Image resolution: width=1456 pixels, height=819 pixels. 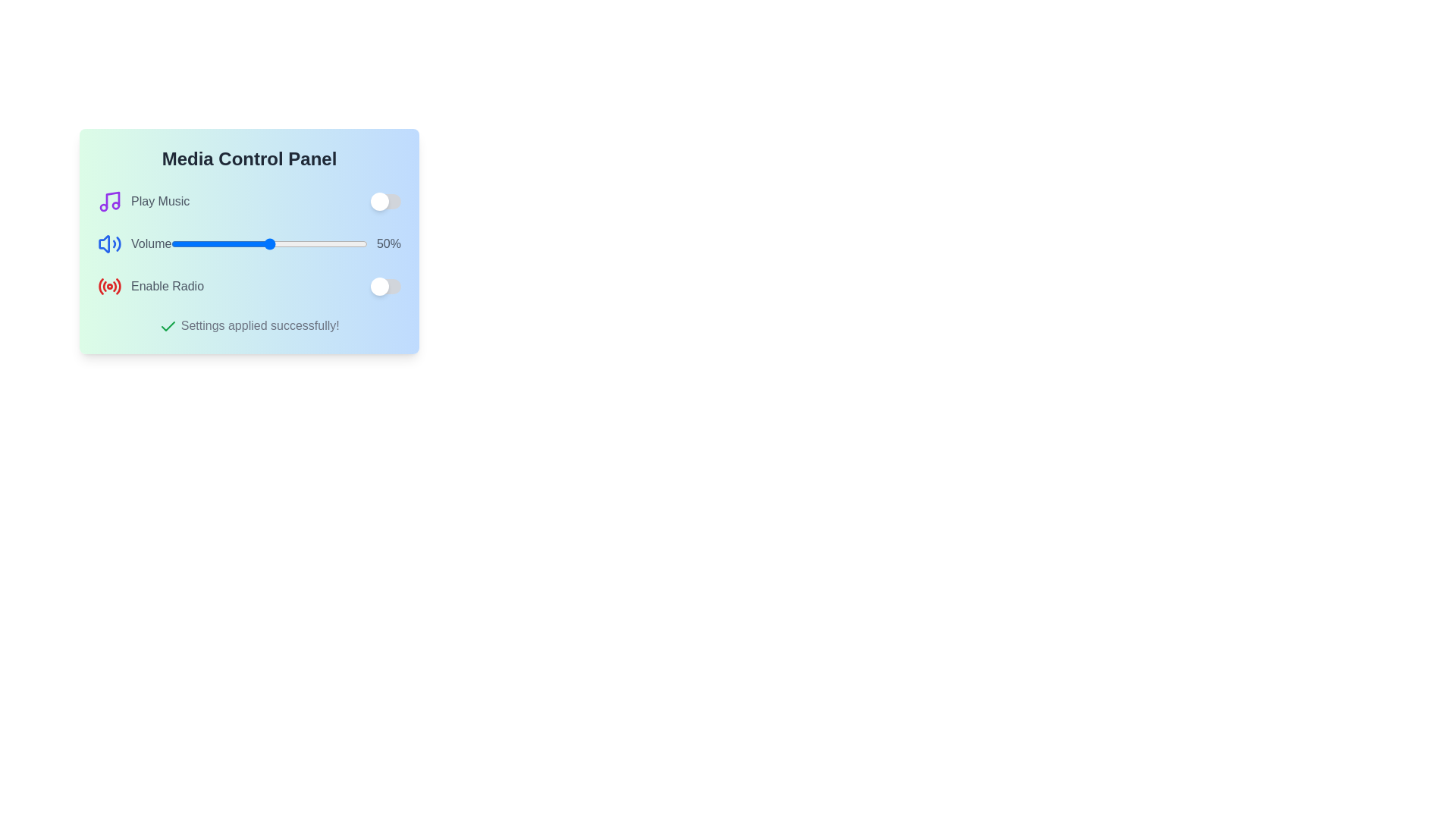 I want to click on the Toggle Switch located in the 'Media Control Panel' interface next to the 'Play Music' label, so click(x=385, y=201).